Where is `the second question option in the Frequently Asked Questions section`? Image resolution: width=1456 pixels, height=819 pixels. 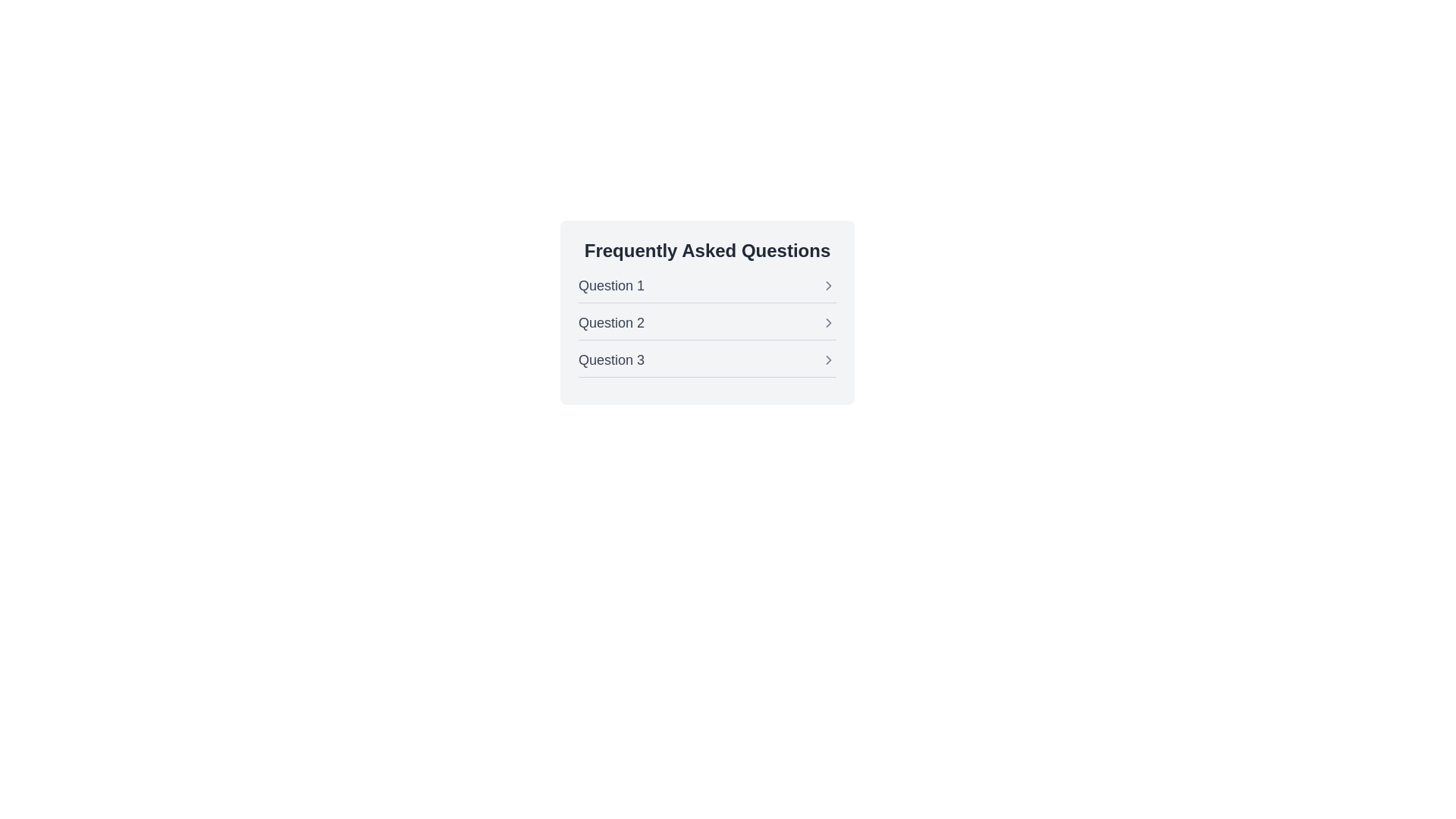 the second question option in the Frequently Asked Questions section is located at coordinates (706, 322).